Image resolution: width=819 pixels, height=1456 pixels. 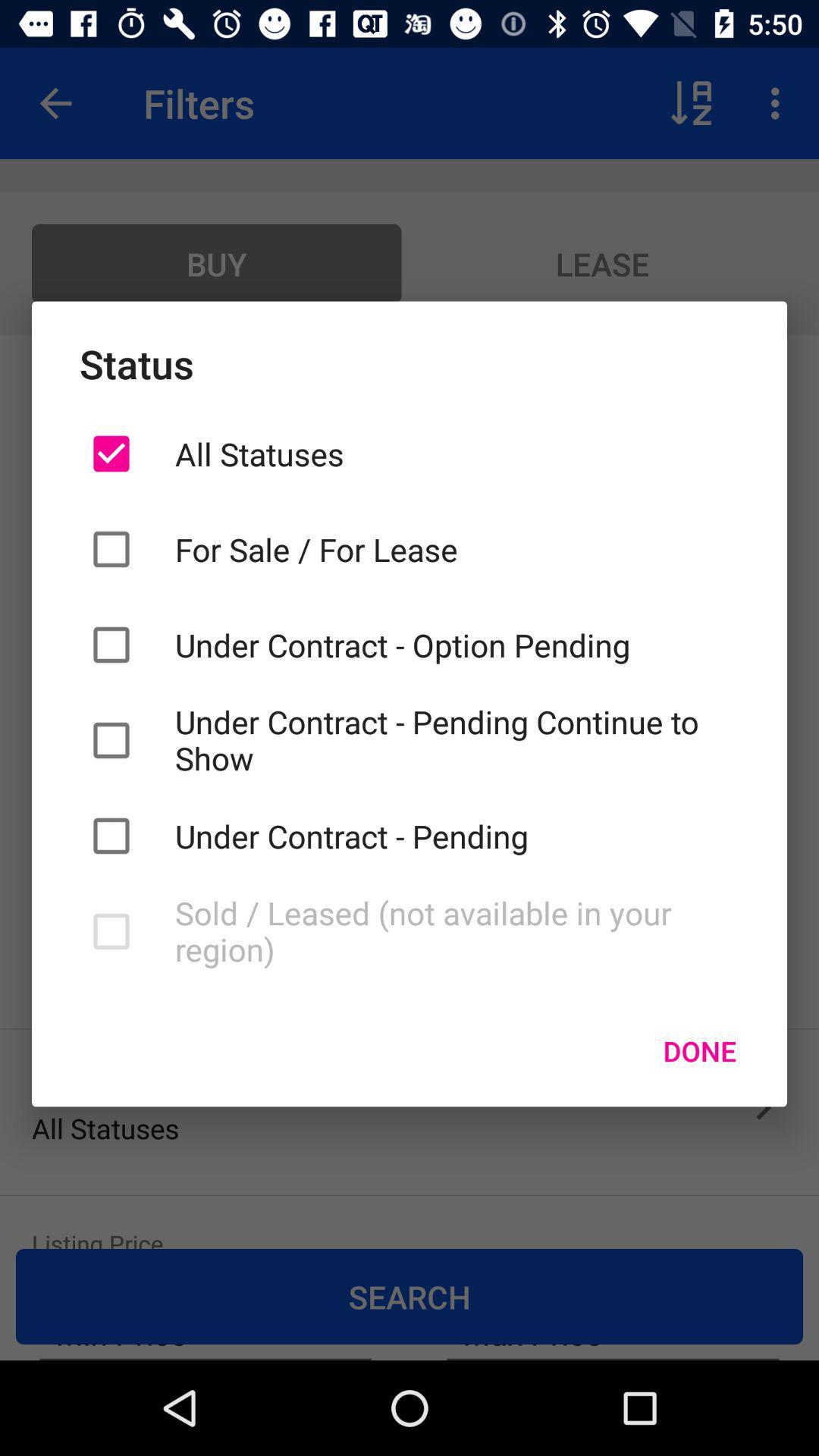 What do you see at coordinates (699, 1050) in the screenshot?
I see `icon below the sold leased not item` at bounding box center [699, 1050].